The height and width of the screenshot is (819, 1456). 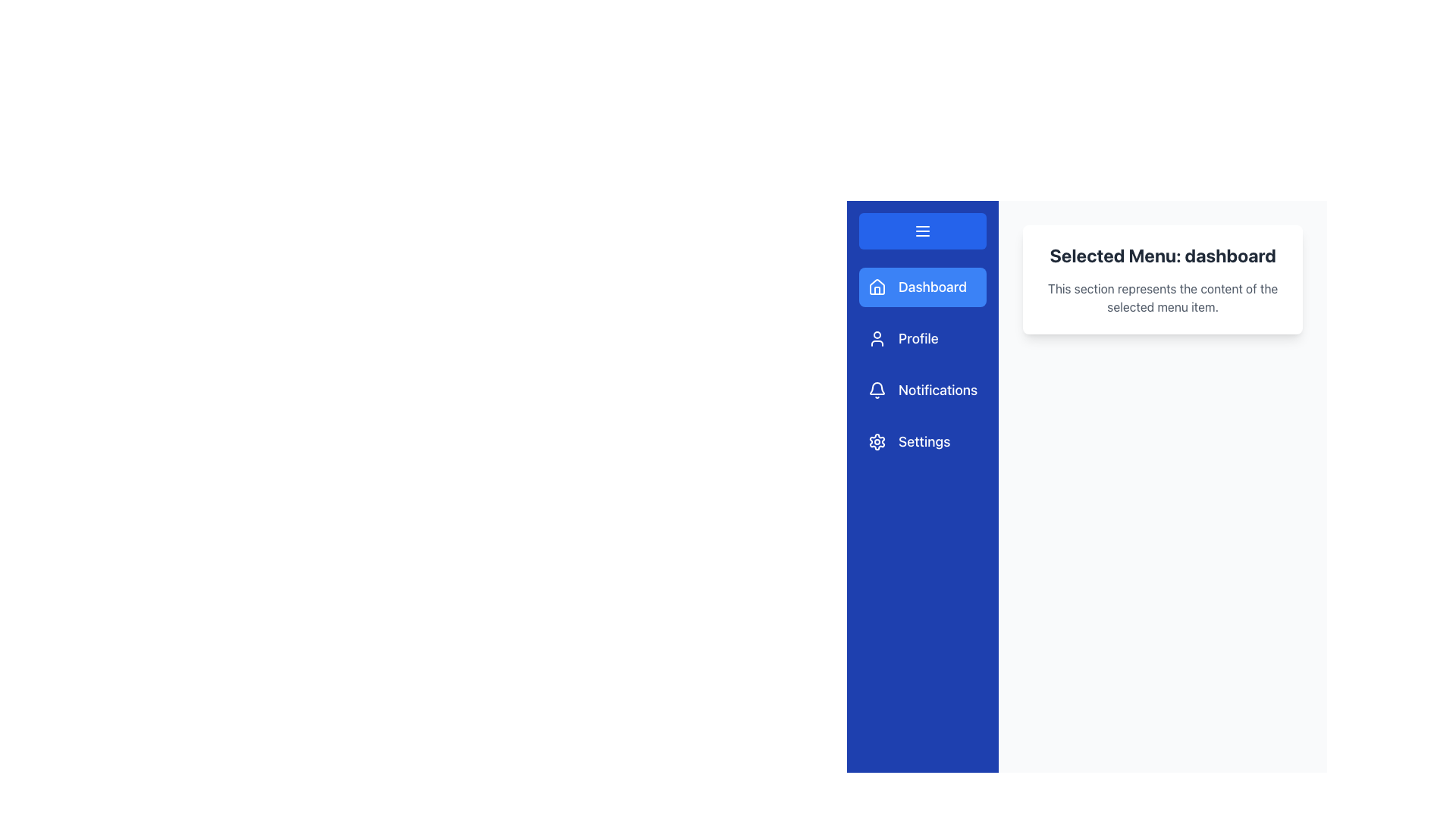 I want to click on text label displaying 'Dashboard' located on the left navigation panel, right next to the house-shaped icon in the blue background menu, so click(x=931, y=287).